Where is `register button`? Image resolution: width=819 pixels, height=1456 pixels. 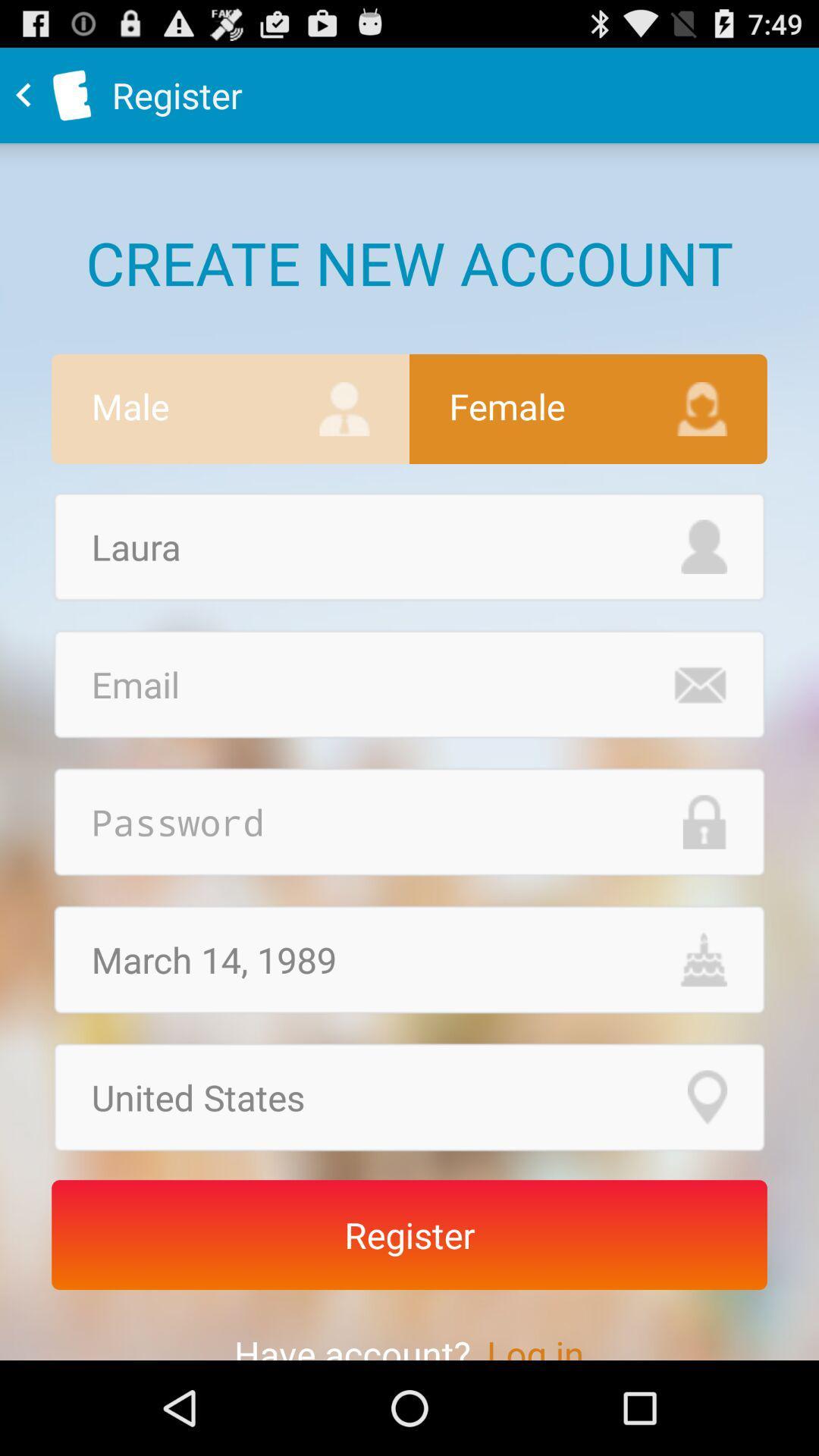 register button is located at coordinates (409, 1235).